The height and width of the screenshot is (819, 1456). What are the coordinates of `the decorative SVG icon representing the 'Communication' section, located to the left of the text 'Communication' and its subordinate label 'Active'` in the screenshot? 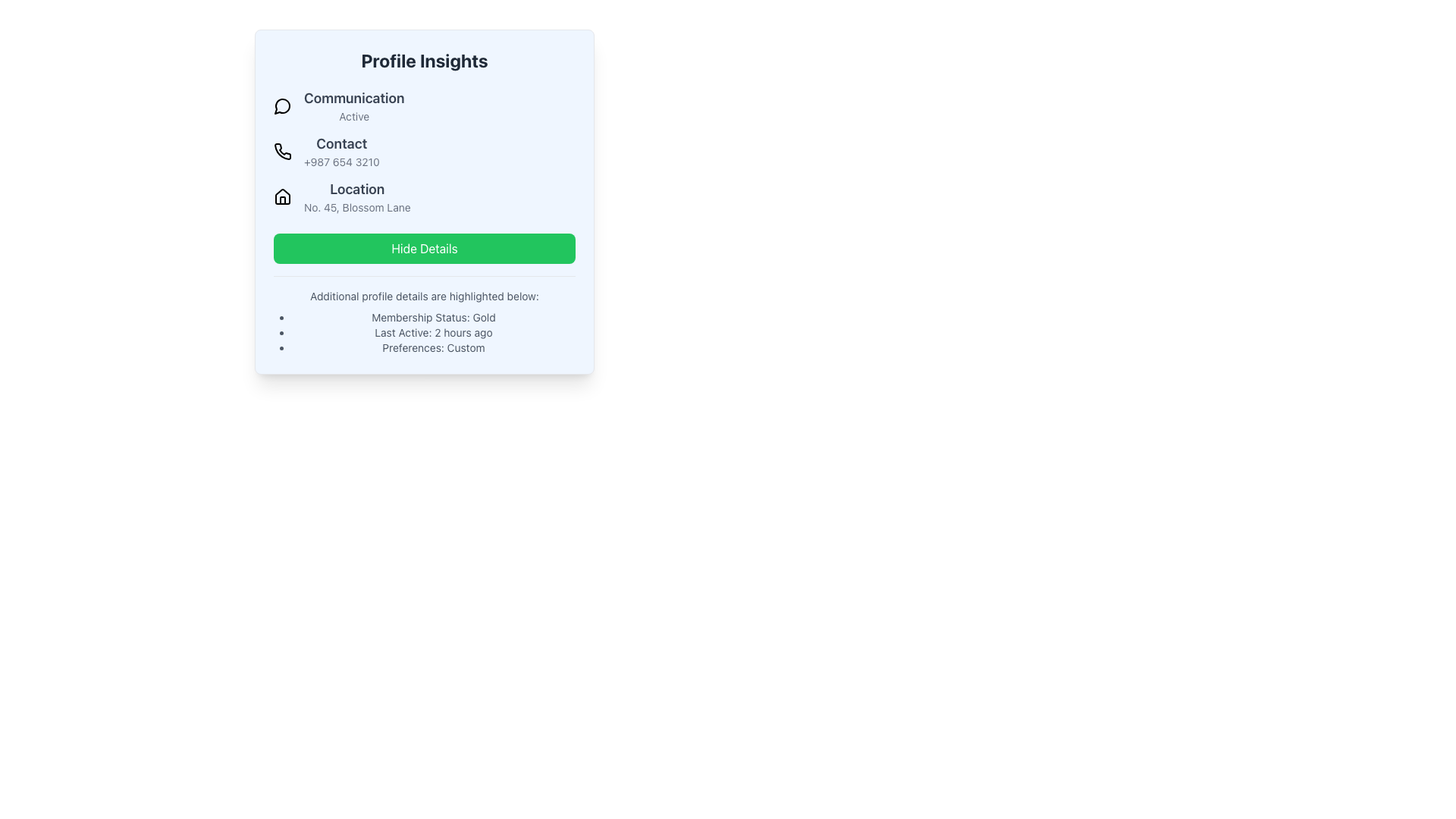 It's located at (282, 105).